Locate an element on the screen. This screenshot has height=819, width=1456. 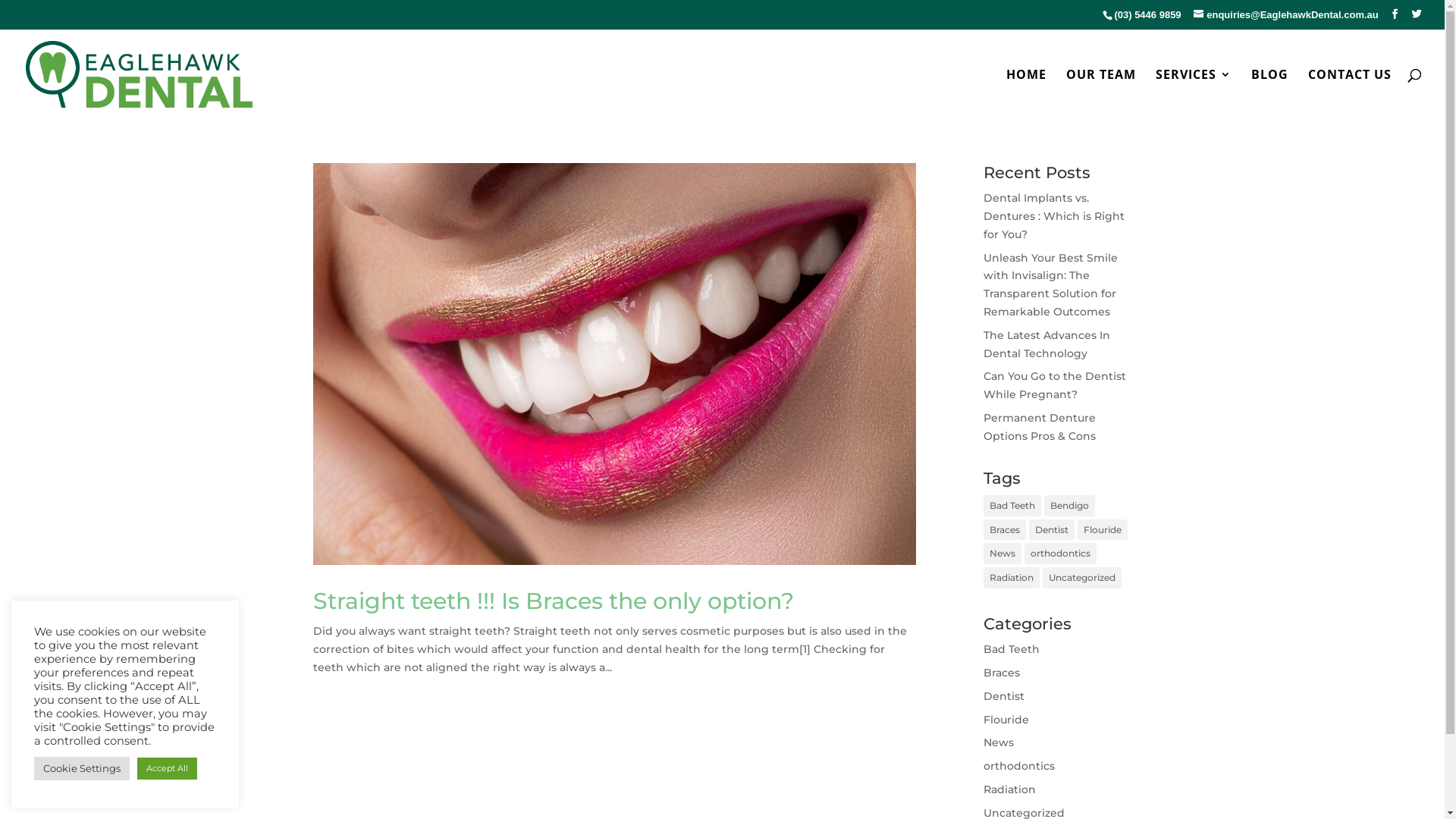
'Radiation' is located at coordinates (1009, 789).